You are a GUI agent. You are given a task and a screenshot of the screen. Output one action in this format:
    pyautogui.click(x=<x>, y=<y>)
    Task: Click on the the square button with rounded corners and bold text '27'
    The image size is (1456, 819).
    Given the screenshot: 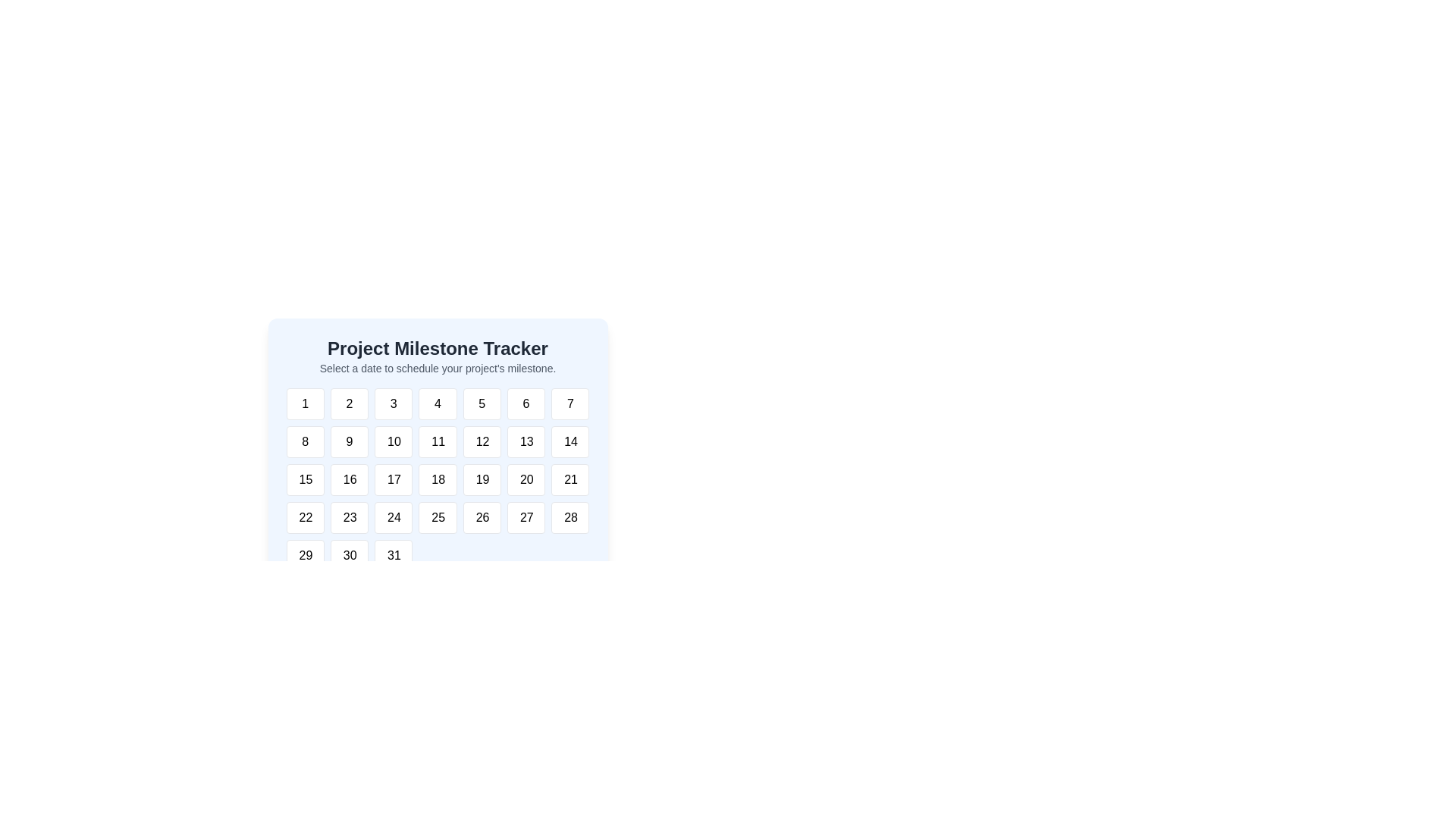 What is the action you would take?
    pyautogui.click(x=526, y=516)
    